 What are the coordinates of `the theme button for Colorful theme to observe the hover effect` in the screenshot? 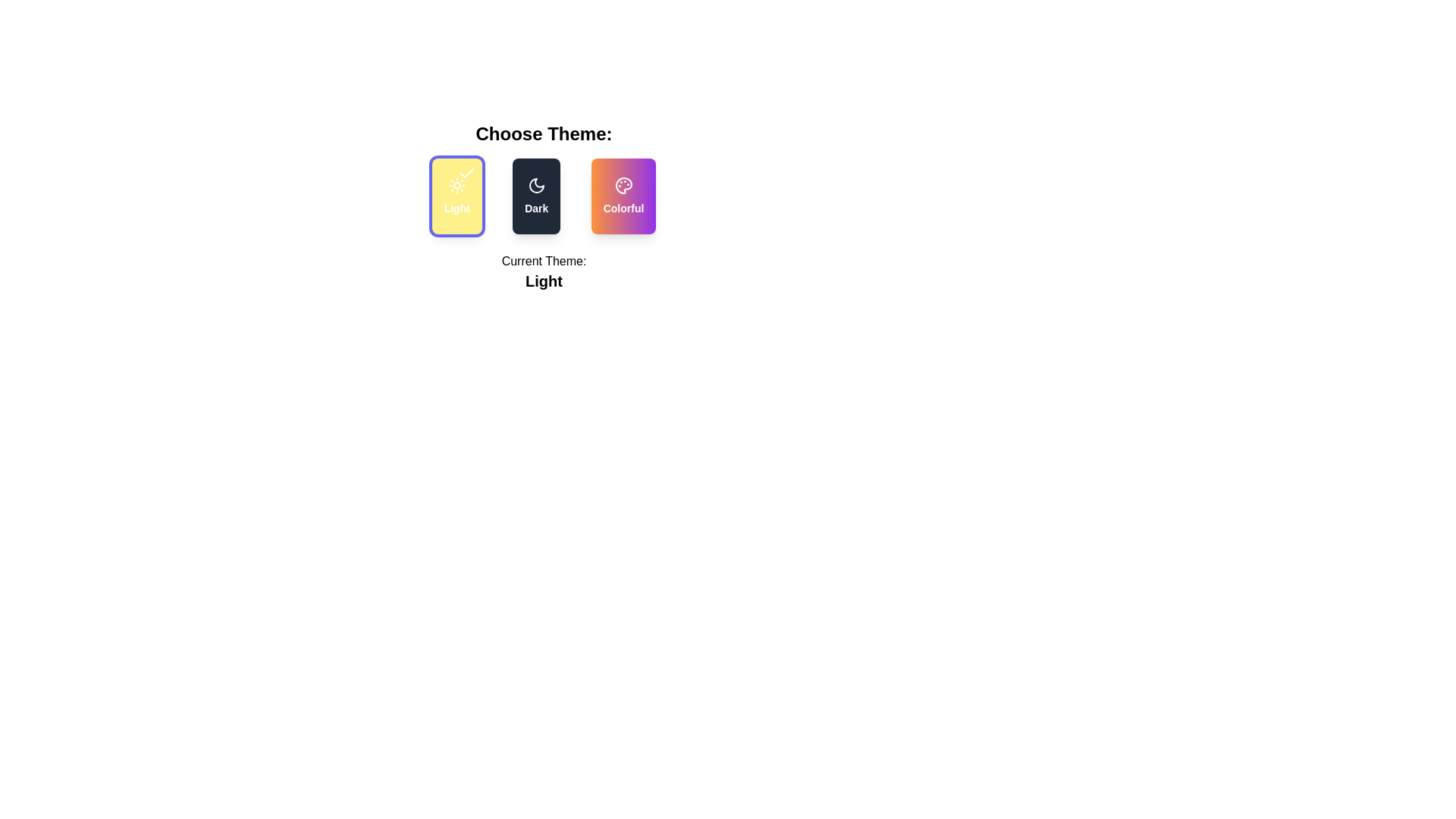 It's located at (623, 195).